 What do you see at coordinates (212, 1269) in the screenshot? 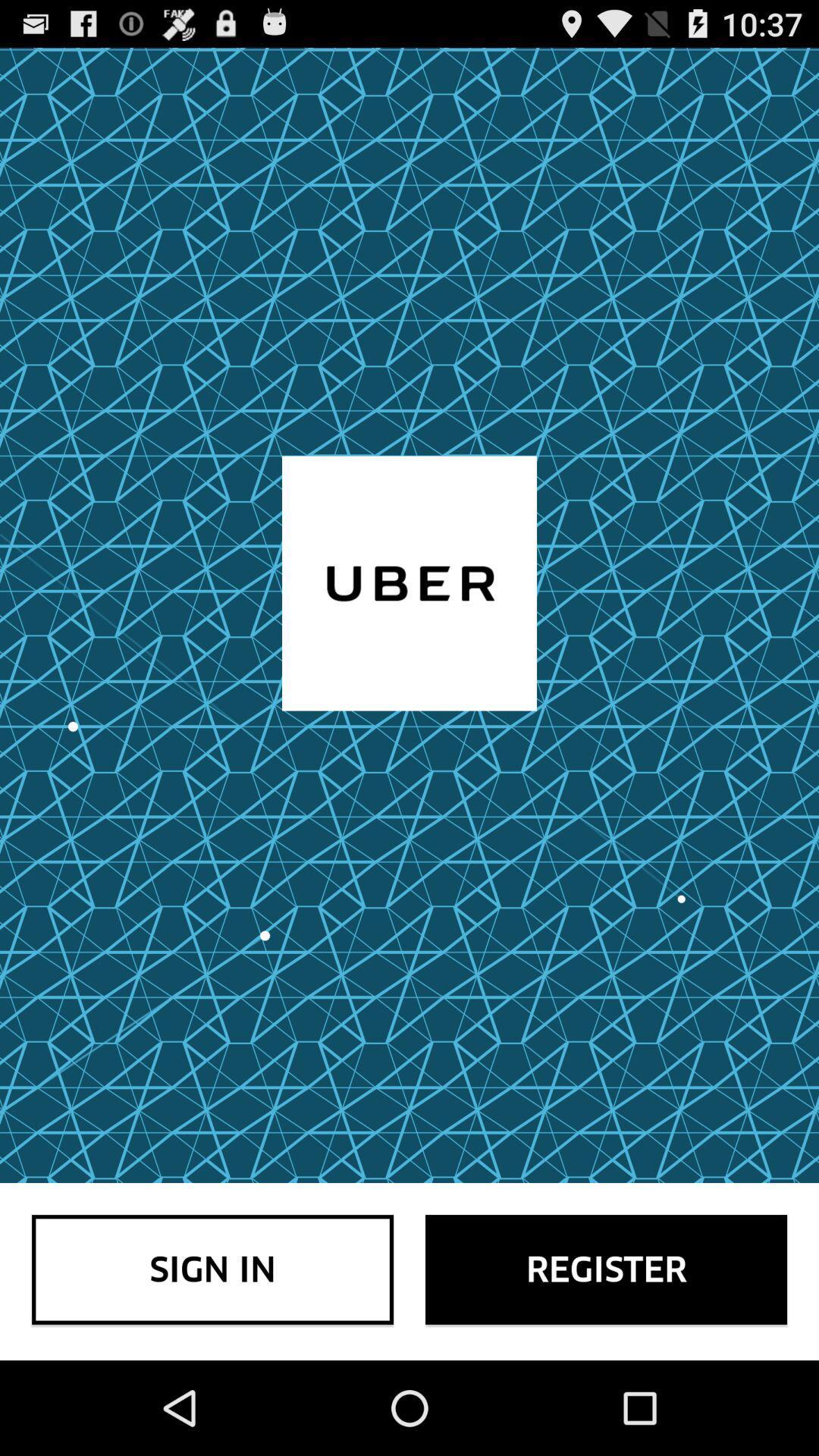
I see `the item to the left of the register icon` at bounding box center [212, 1269].